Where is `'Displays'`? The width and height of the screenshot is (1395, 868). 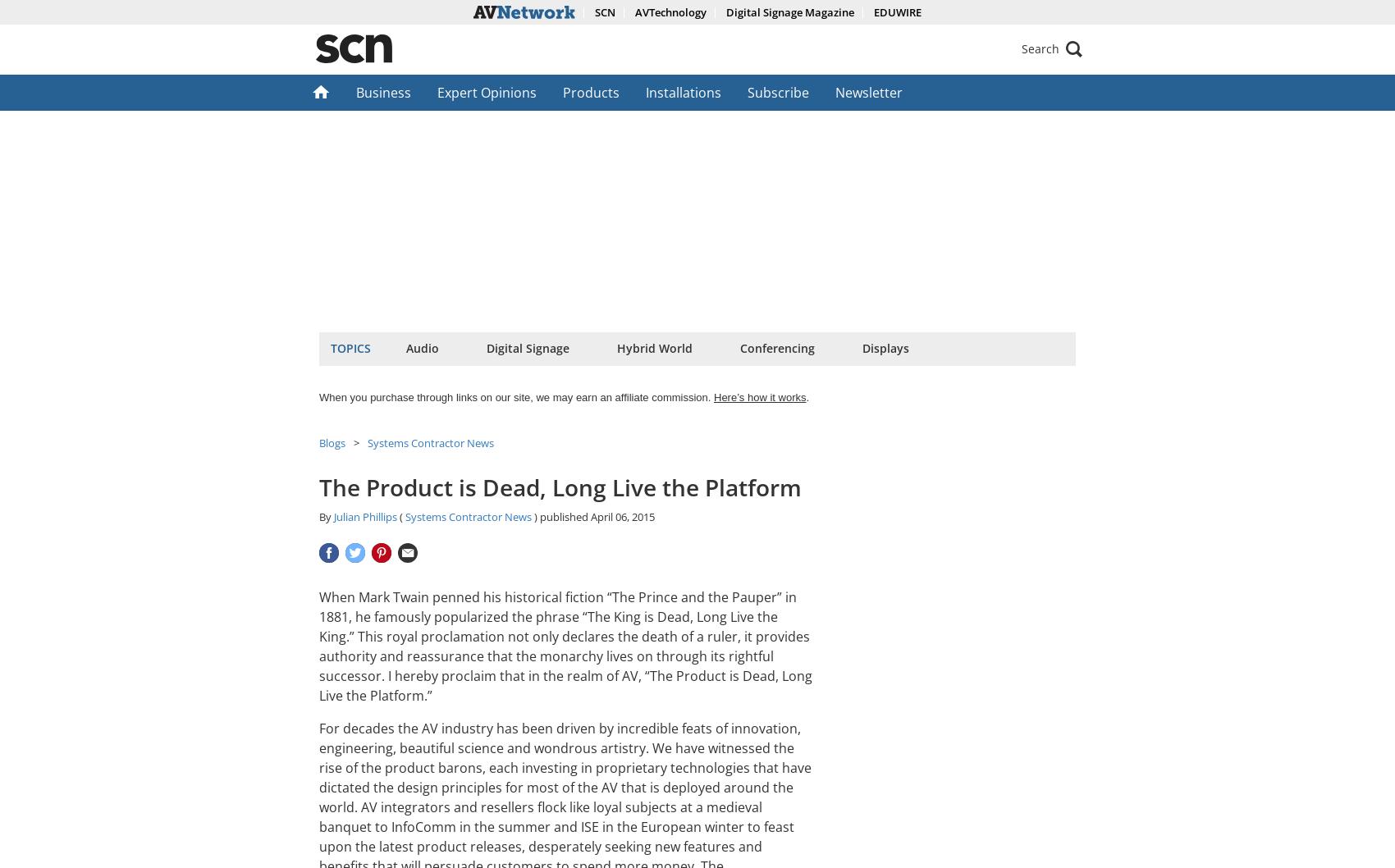
'Displays' is located at coordinates (885, 348).